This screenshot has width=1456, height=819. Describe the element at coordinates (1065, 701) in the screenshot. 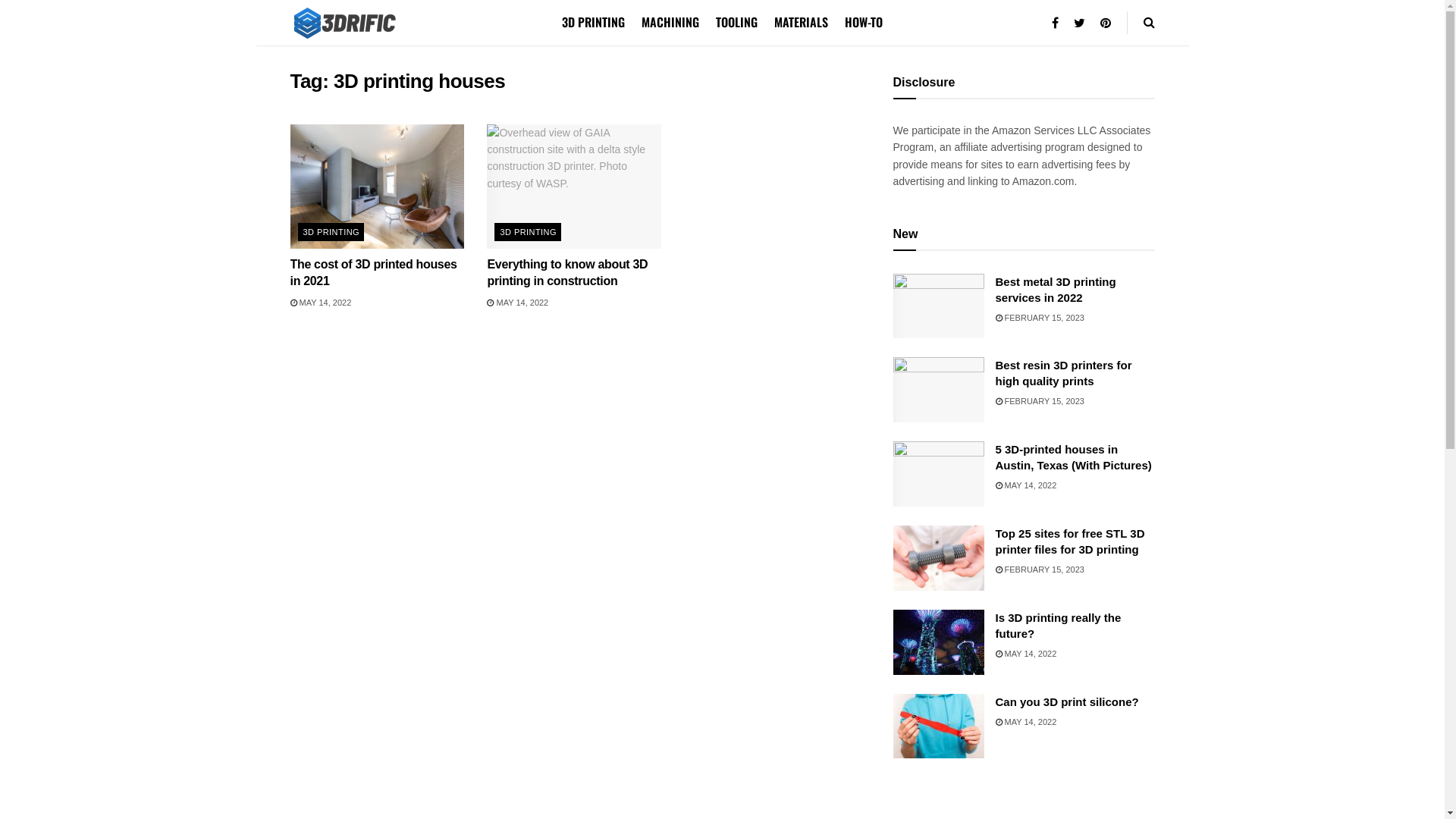

I see `'Can you 3D print silicone?'` at that location.